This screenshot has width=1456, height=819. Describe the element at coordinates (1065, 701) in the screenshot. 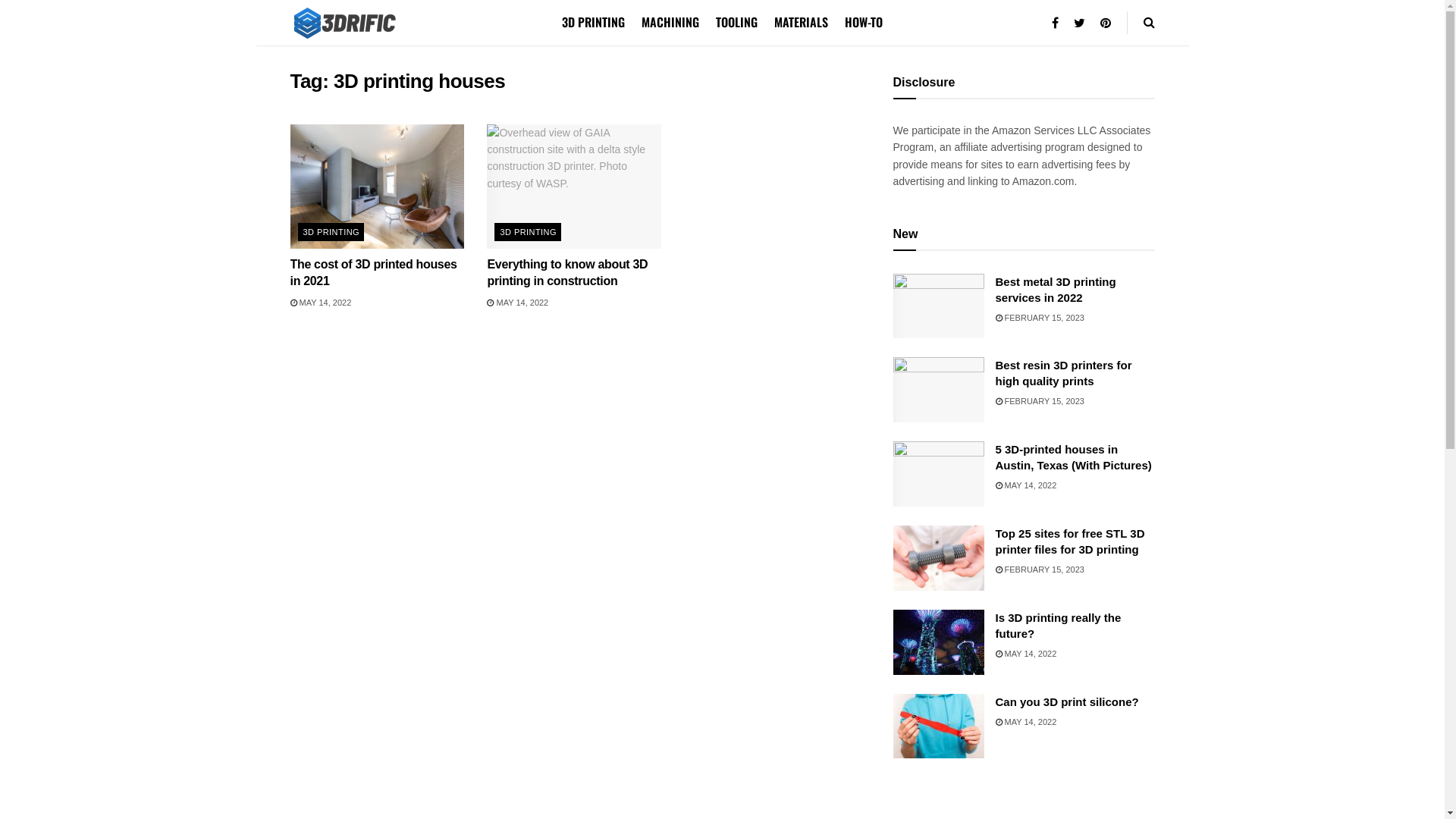

I see `'Can you 3D print silicone?'` at that location.